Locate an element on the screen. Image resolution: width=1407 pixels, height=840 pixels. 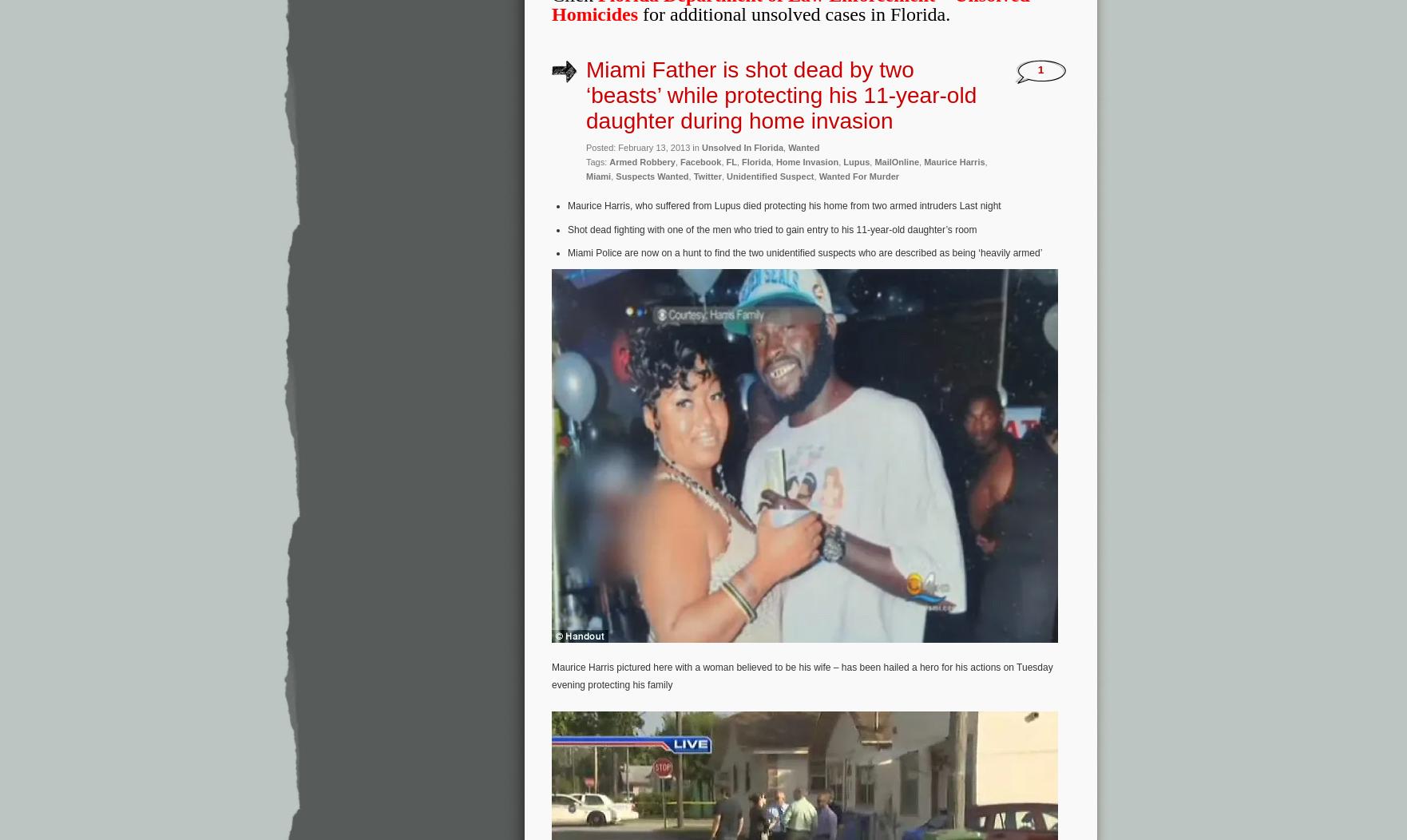
'1' is located at coordinates (1040, 69).